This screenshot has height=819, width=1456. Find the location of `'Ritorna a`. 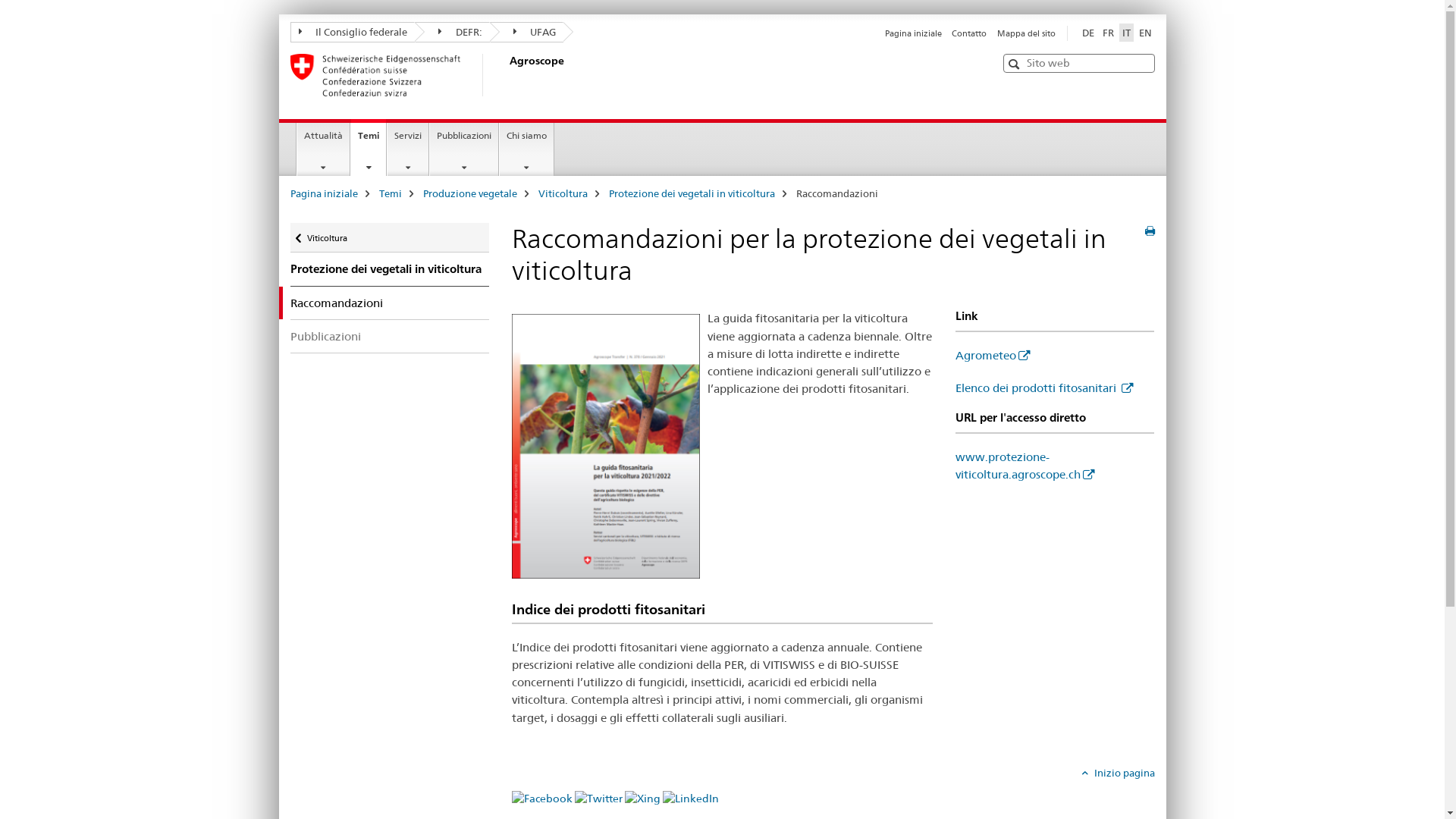

'Ritorna a is located at coordinates (389, 237).